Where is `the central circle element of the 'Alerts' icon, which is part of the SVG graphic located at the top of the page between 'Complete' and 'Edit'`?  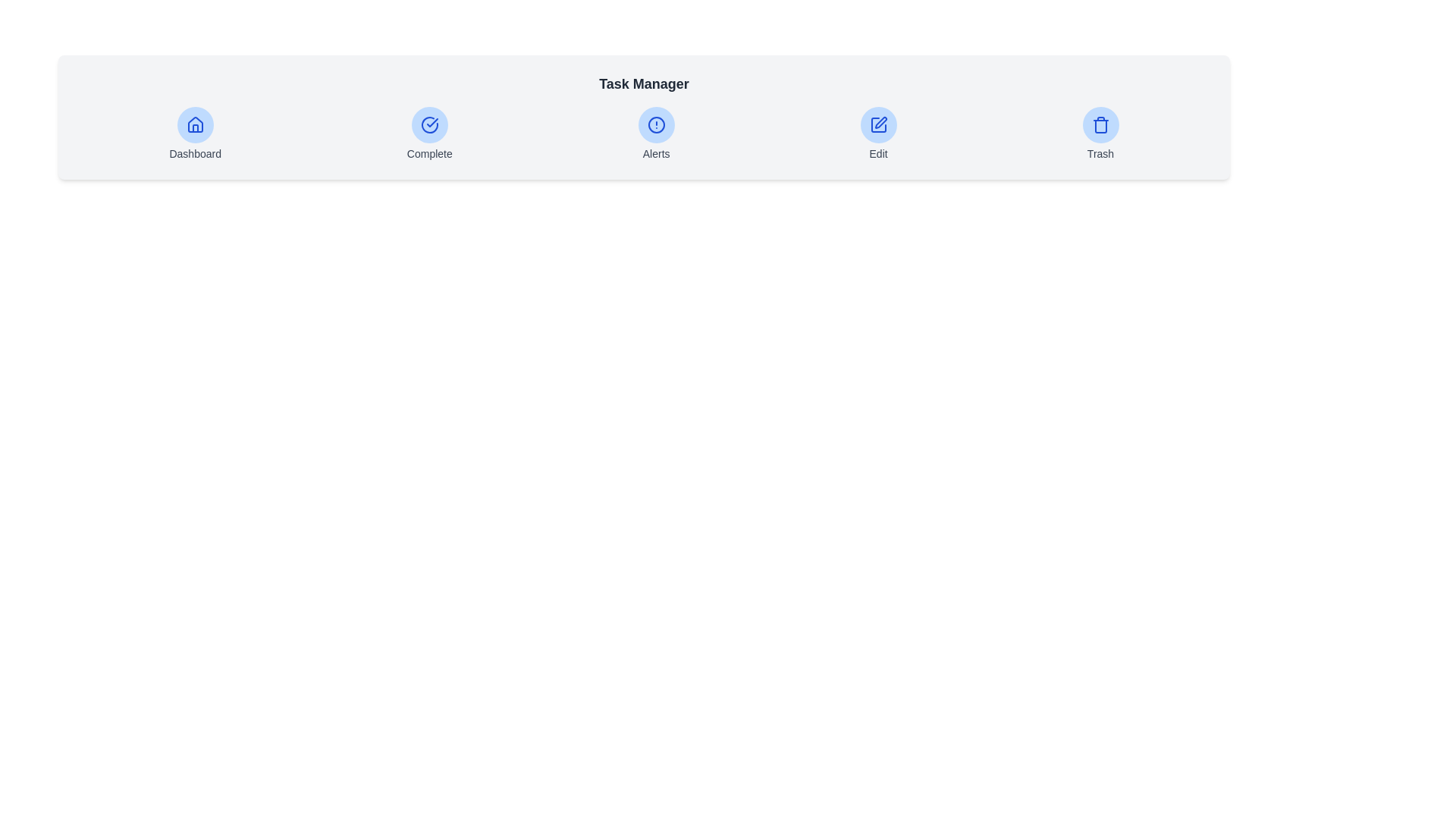
the central circle element of the 'Alerts' icon, which is part of the SVG graphic located at the top of the page between 'Complete' and 'Edit' is located at coordinates (656, 124).